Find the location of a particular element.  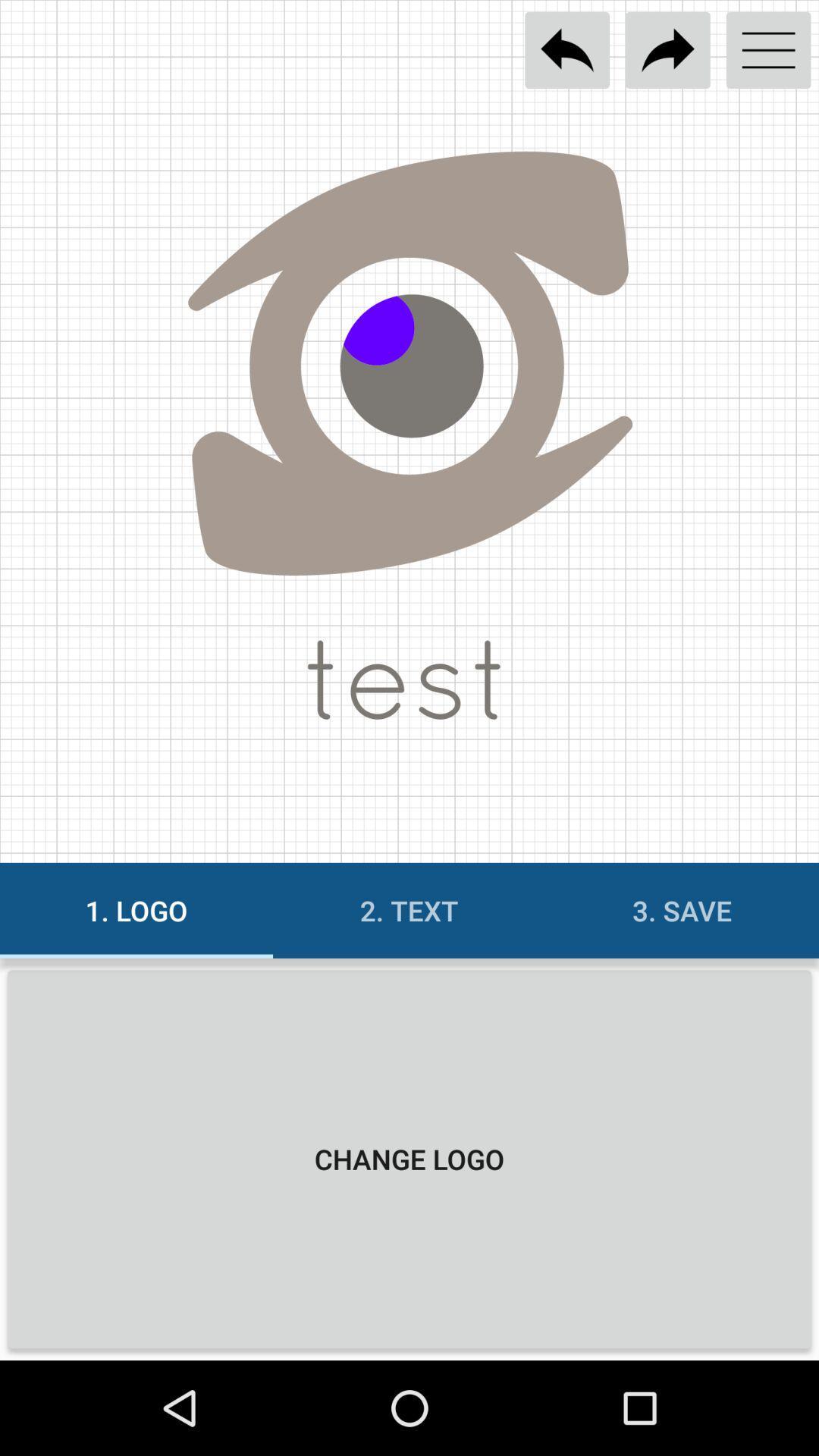

forward is located at coordinates (667, 50).